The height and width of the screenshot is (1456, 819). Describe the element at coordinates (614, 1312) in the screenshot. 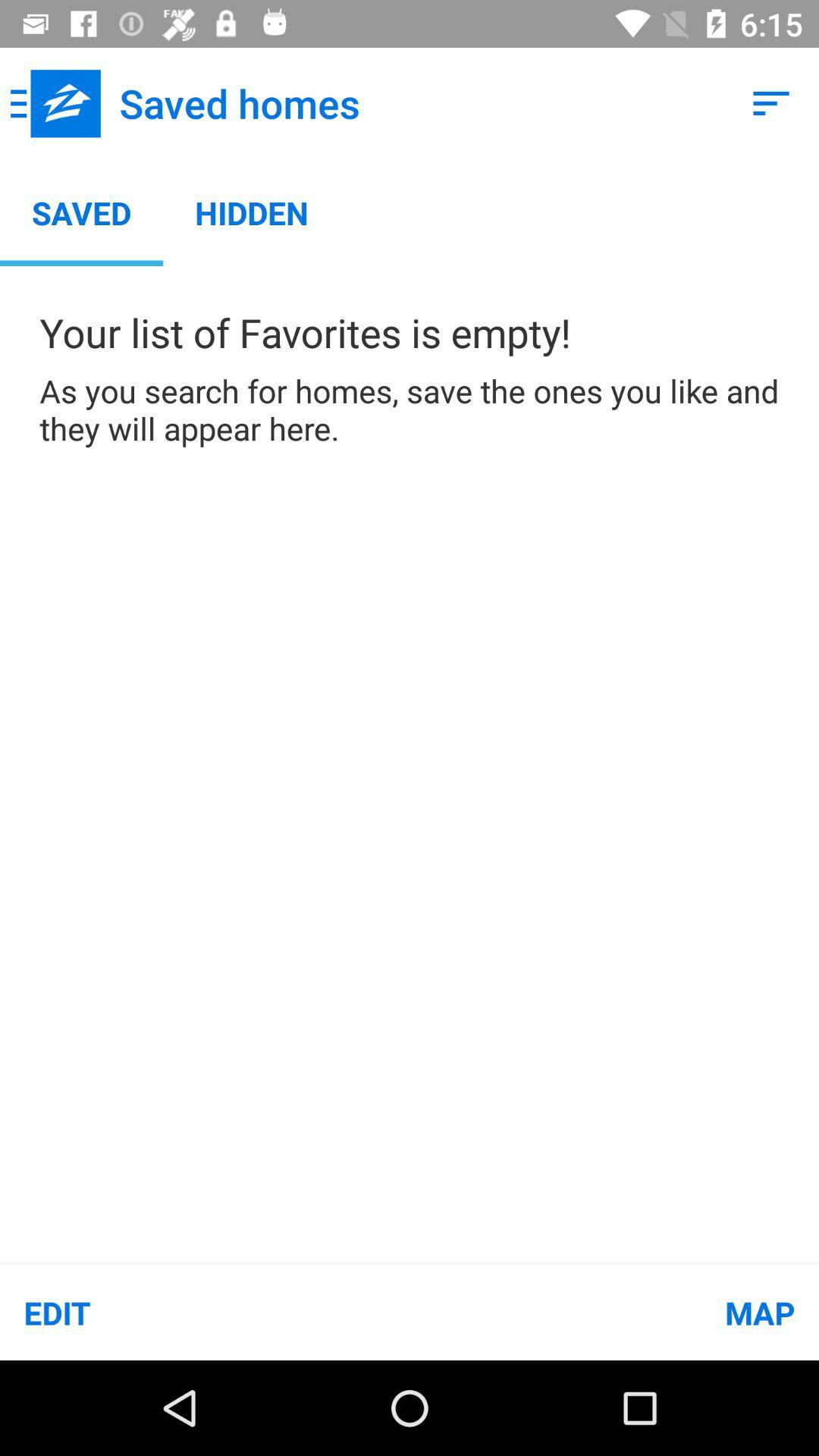

I see `map icon` at that location.